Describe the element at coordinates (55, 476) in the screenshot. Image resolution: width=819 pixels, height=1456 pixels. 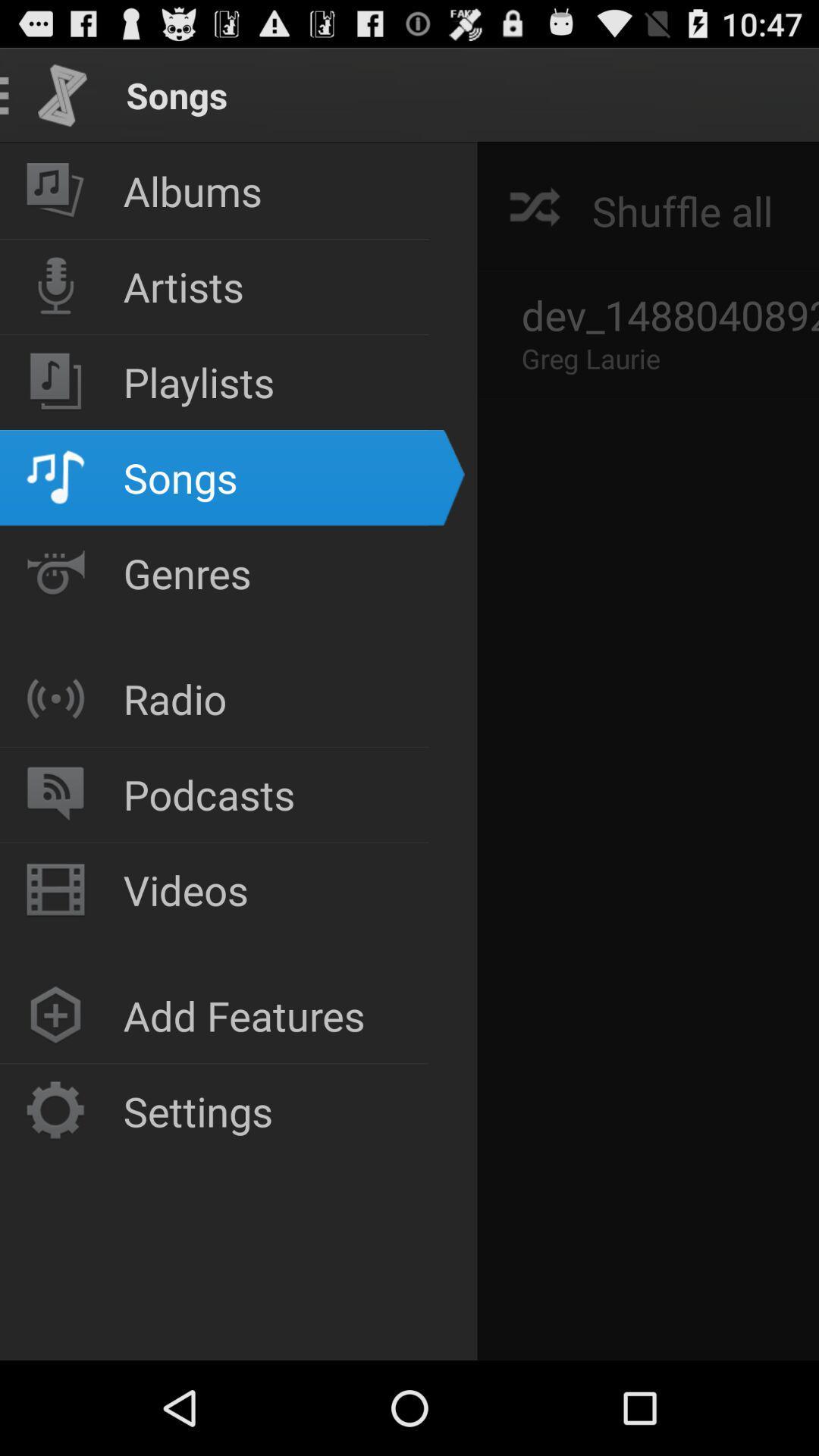
I see `the music symbol which is in the blue color box` at that location.